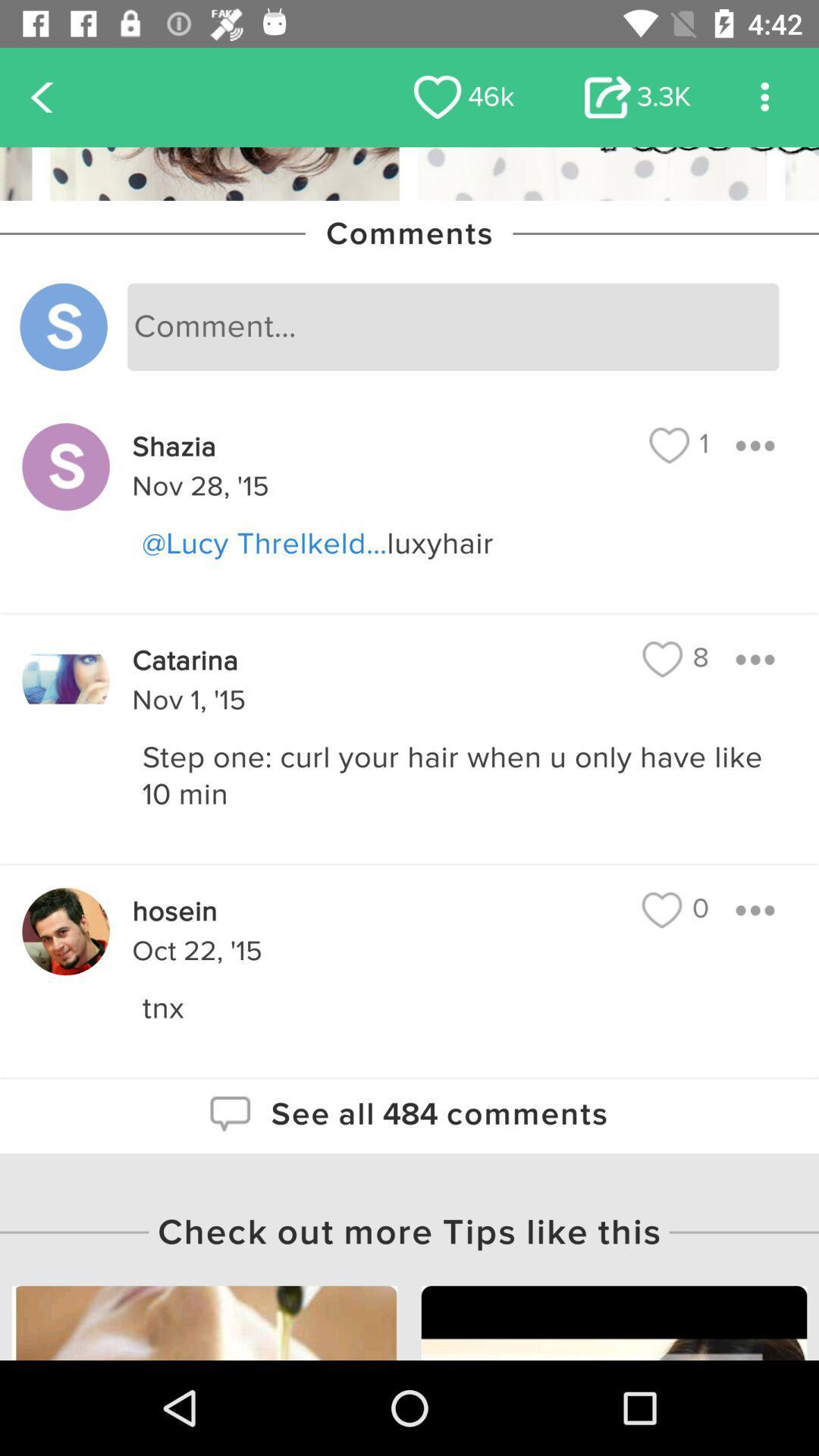  I want to click on get more options for comment, so click(755, 659).